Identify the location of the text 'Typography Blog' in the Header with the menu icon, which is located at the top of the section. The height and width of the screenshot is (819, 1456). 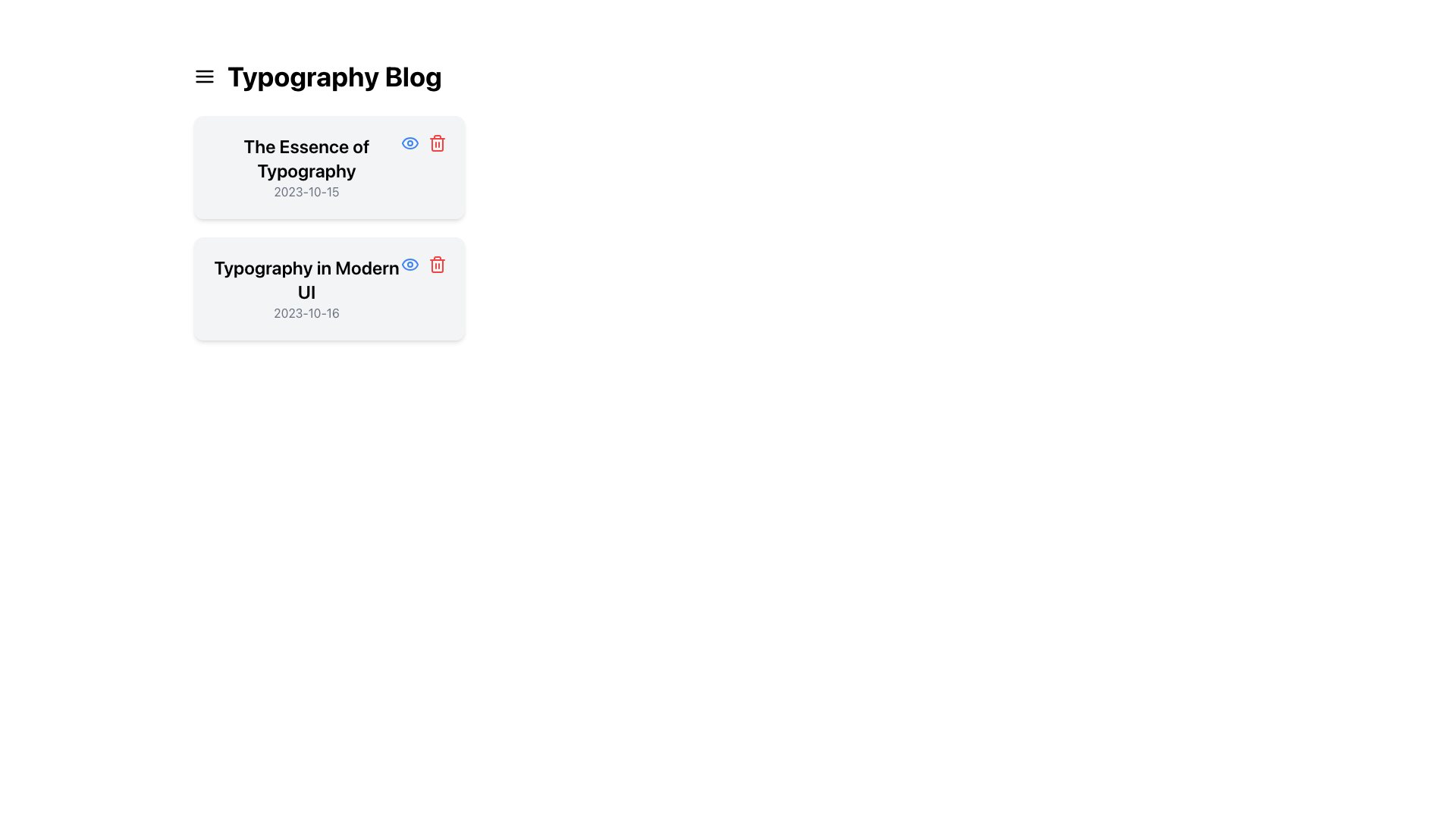
(328, 76).